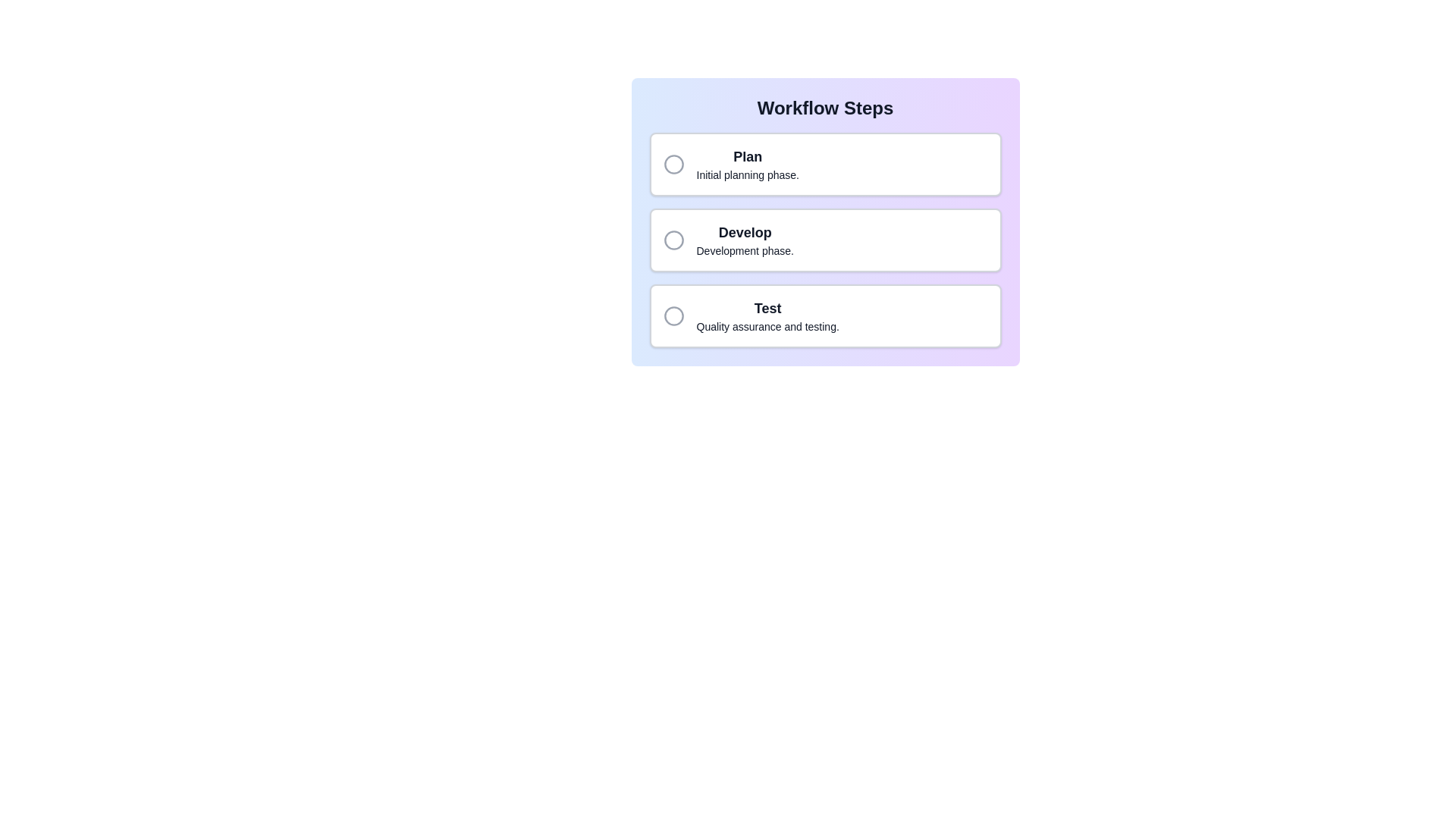  Describe the element at coordinates (767, 315) in the screenshot. I see `descriptive title and elaboration text for the 'Test' workflow step located in the third selectable option of the vertical list` at that location.